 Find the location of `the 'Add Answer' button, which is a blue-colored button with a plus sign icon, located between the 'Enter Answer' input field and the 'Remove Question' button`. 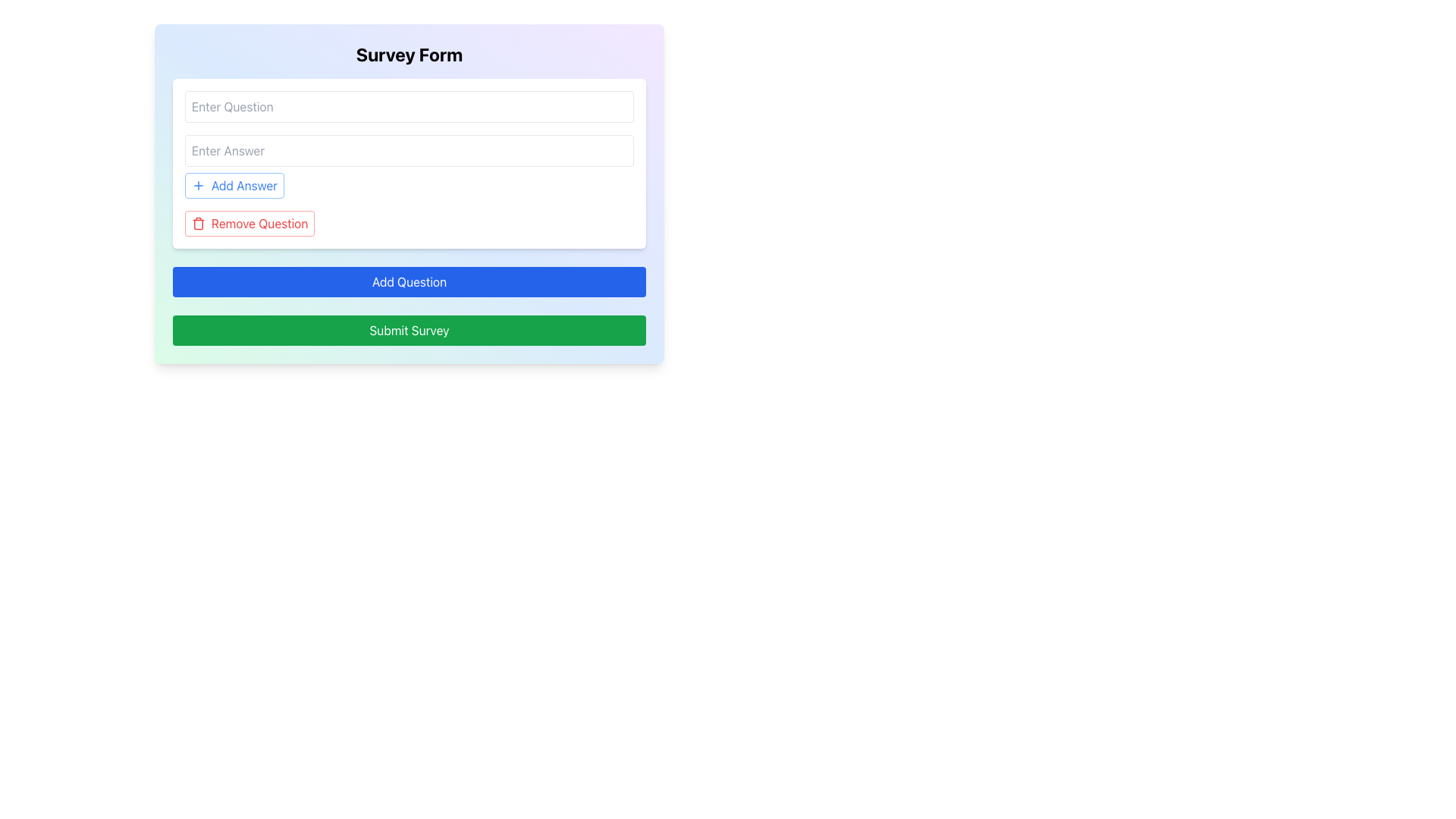

the 'Add Answer' button, which is a blue-colored button with a plus sign icon, located between the 'Enter Answer' input field and the 'Remove Question' button is located at coordinates (234, 185).